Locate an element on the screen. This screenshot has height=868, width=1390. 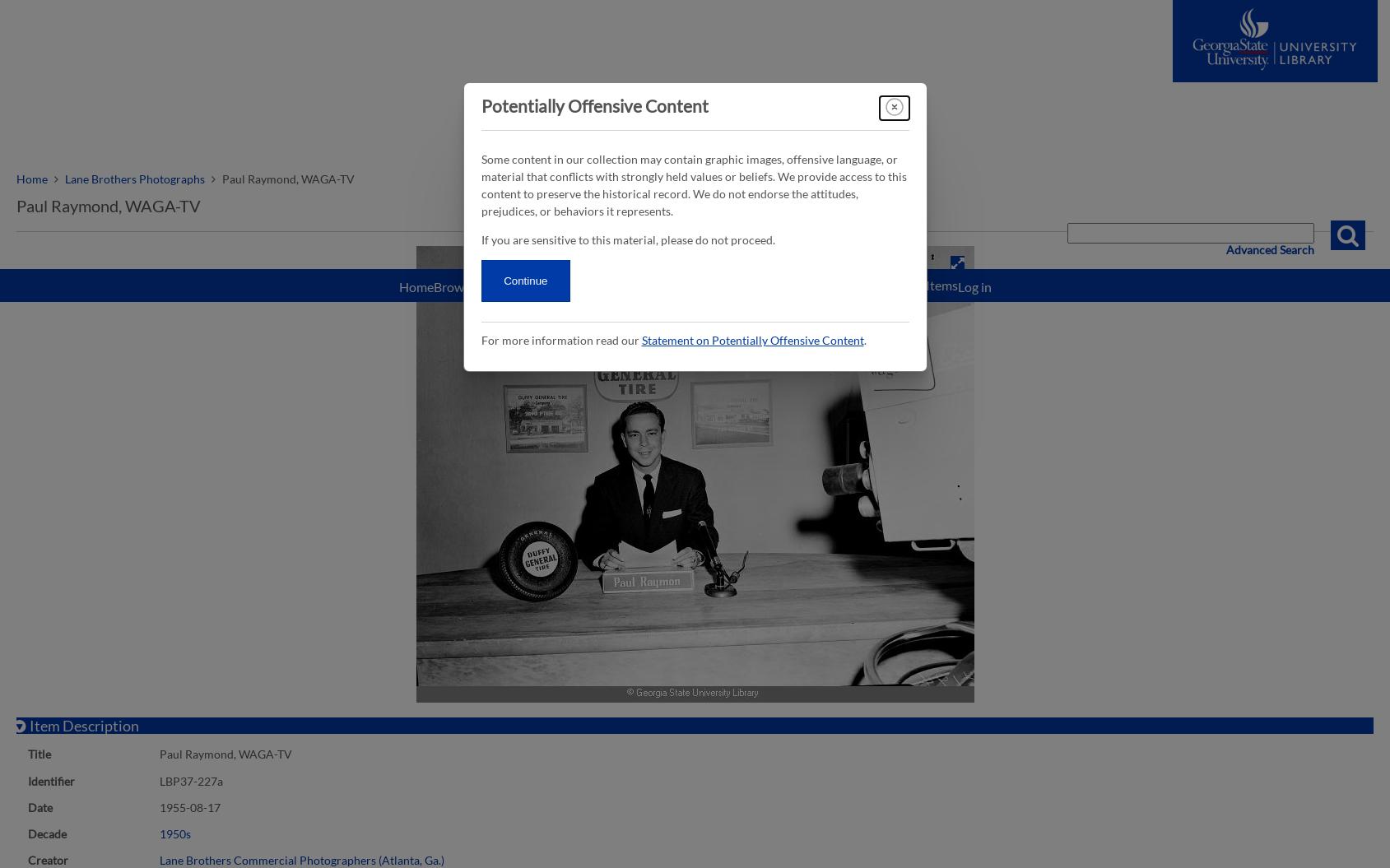
'Title' is located at coordinates (38, 753).